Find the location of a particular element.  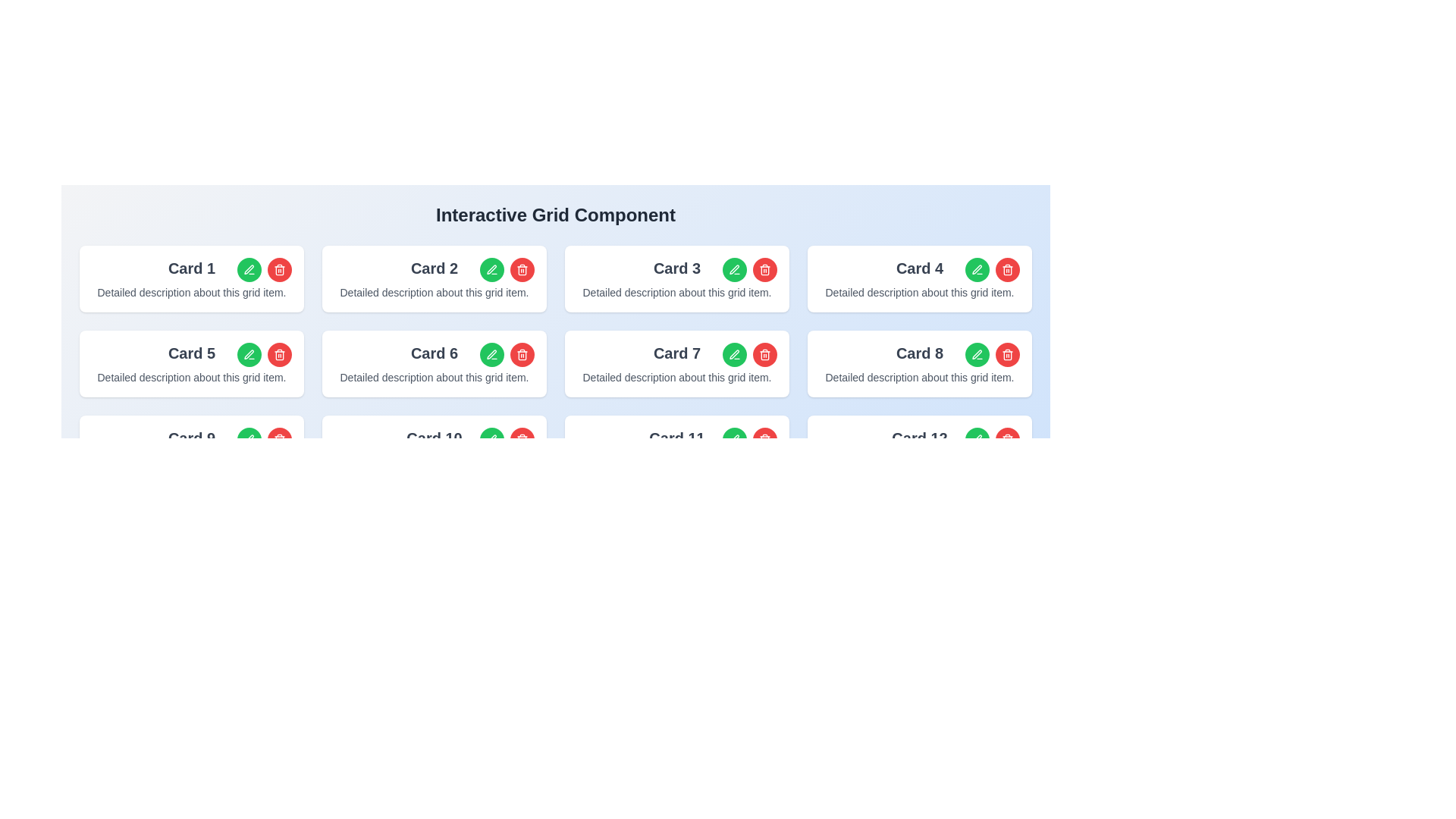

the circular red button with a trash can icon located in the top-right corner of 'Card 8' is located at coordinates (1008, 354).